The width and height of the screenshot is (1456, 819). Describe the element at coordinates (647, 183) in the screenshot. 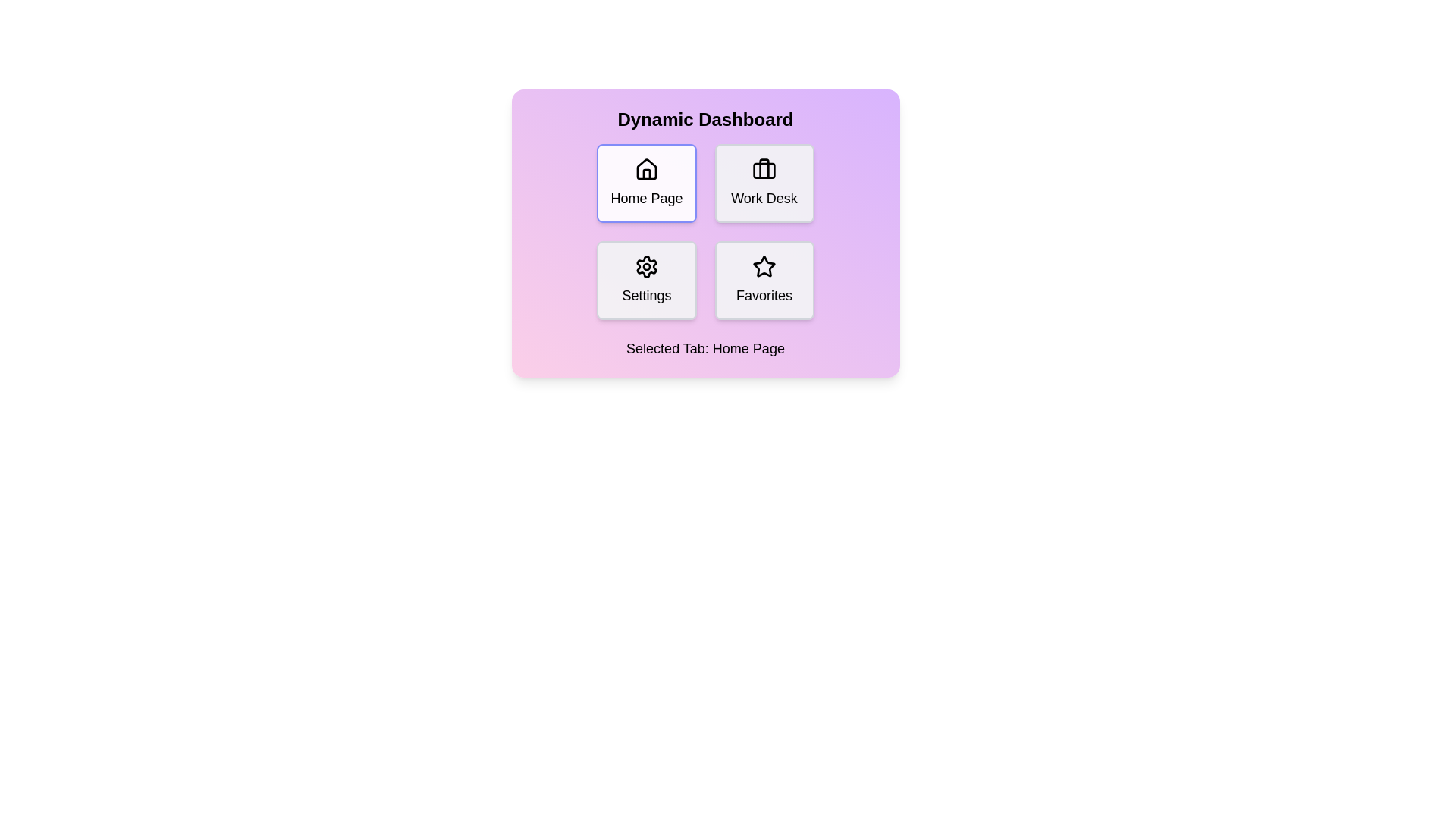

I see `the button labeled Home Page to observe the hover effect` at that location.